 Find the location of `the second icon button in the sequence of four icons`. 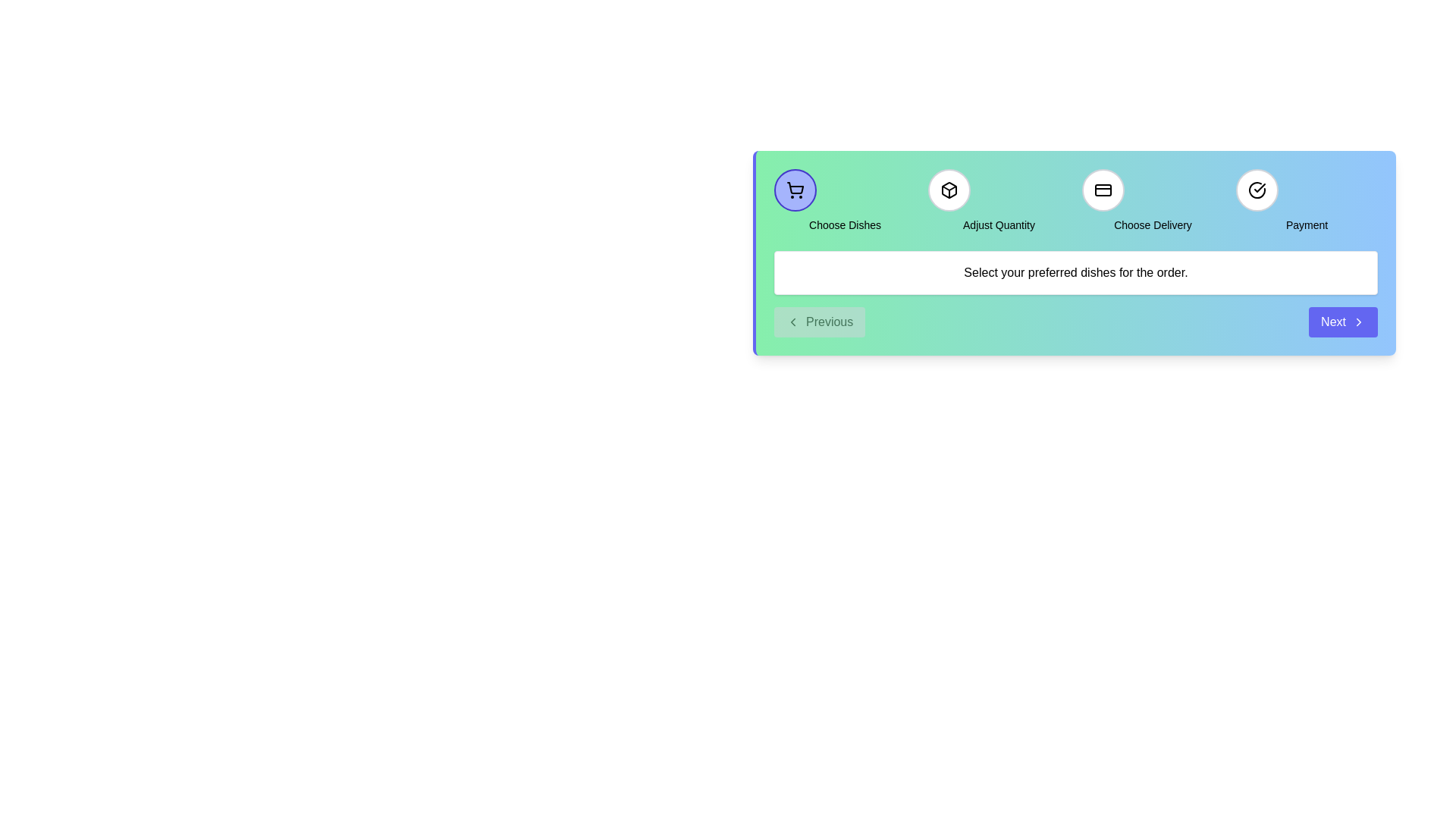

the second icon button in the sequence of four icons is located at coordinates (949, 189).